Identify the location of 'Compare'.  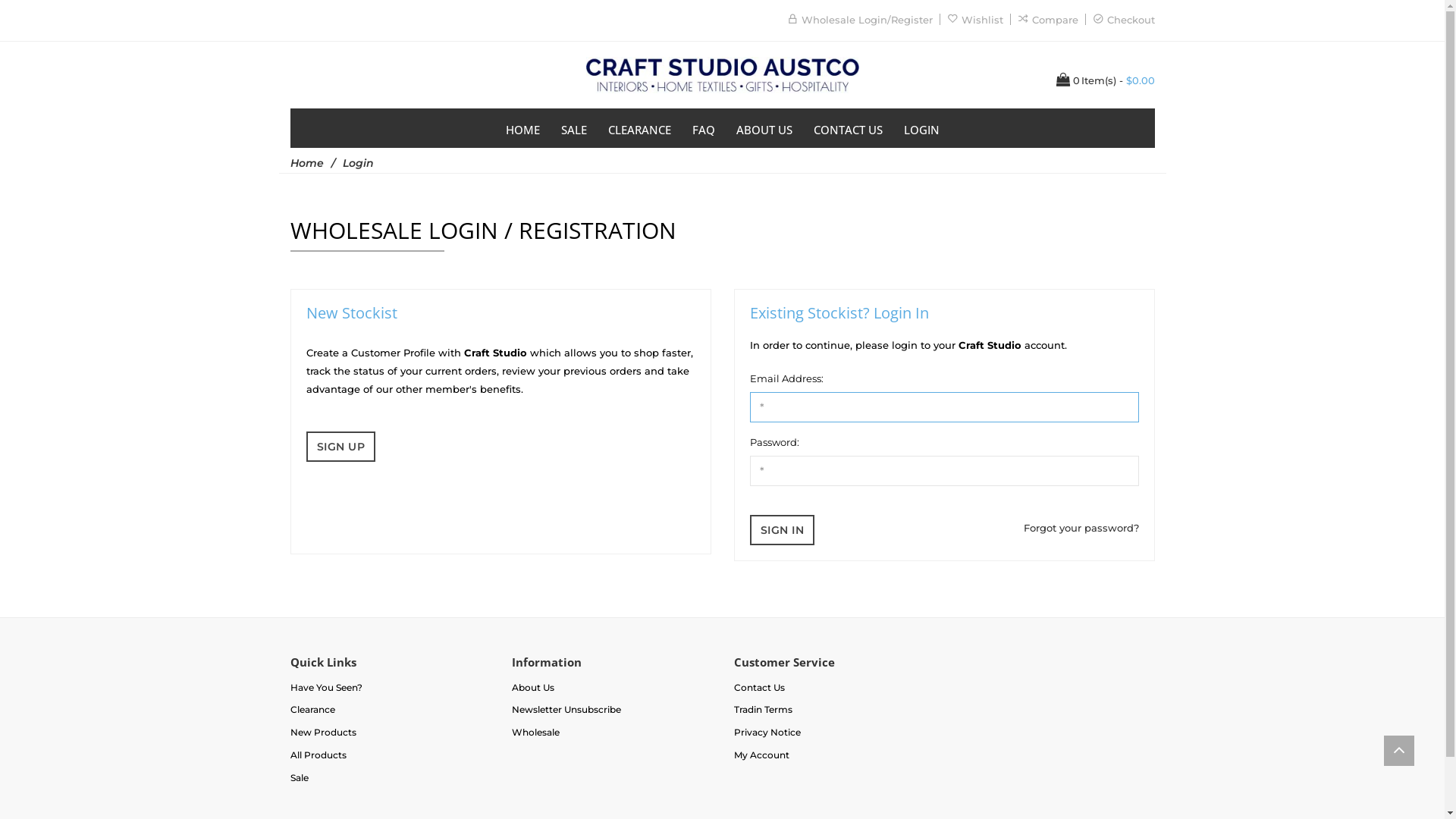
(1053, 20).